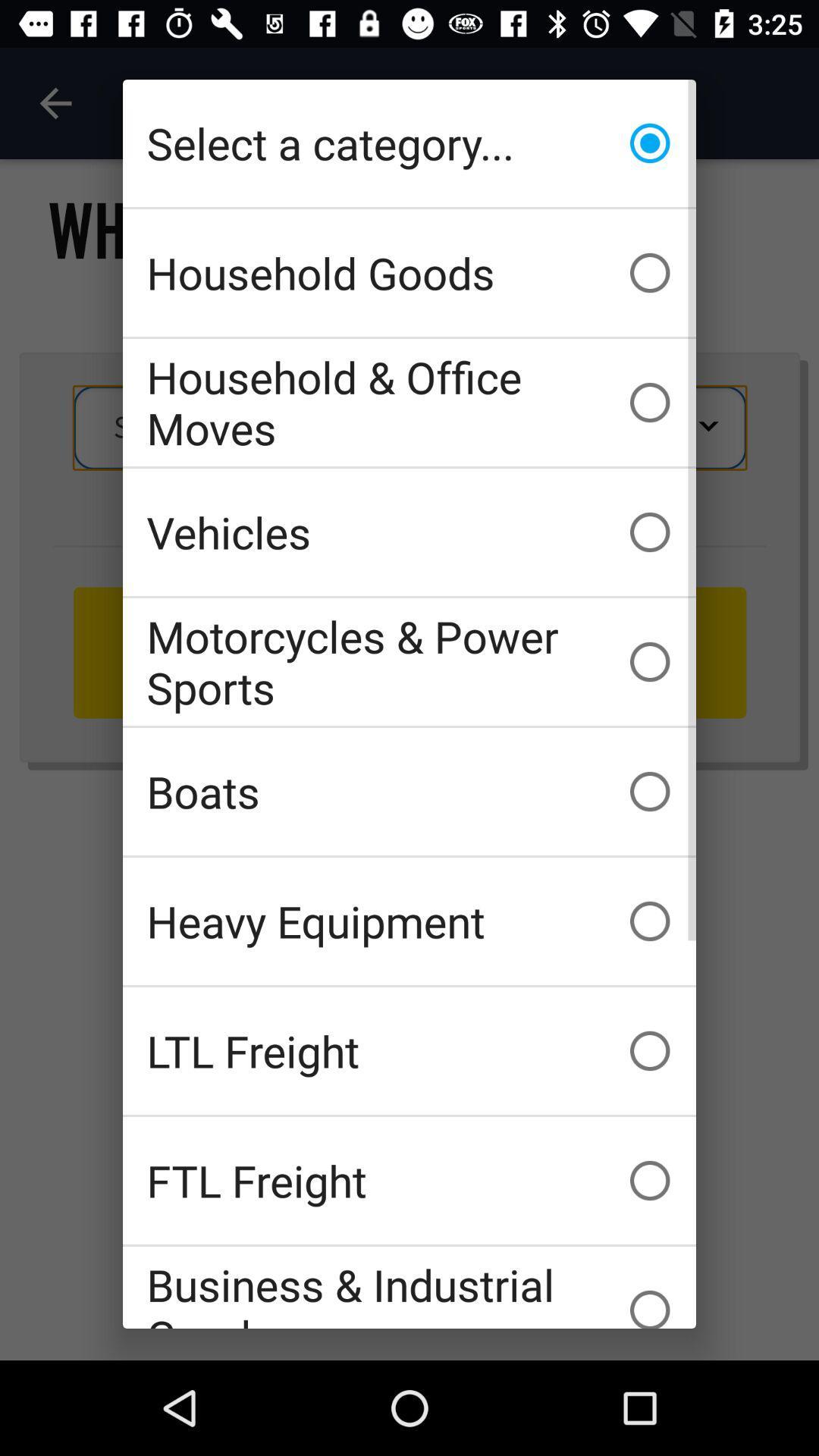 This screenshot has height=1456, width=819. Describe the element at coordinates (409, 1179) in the screenshot. I see `icon below ltl freight icon` at that location.